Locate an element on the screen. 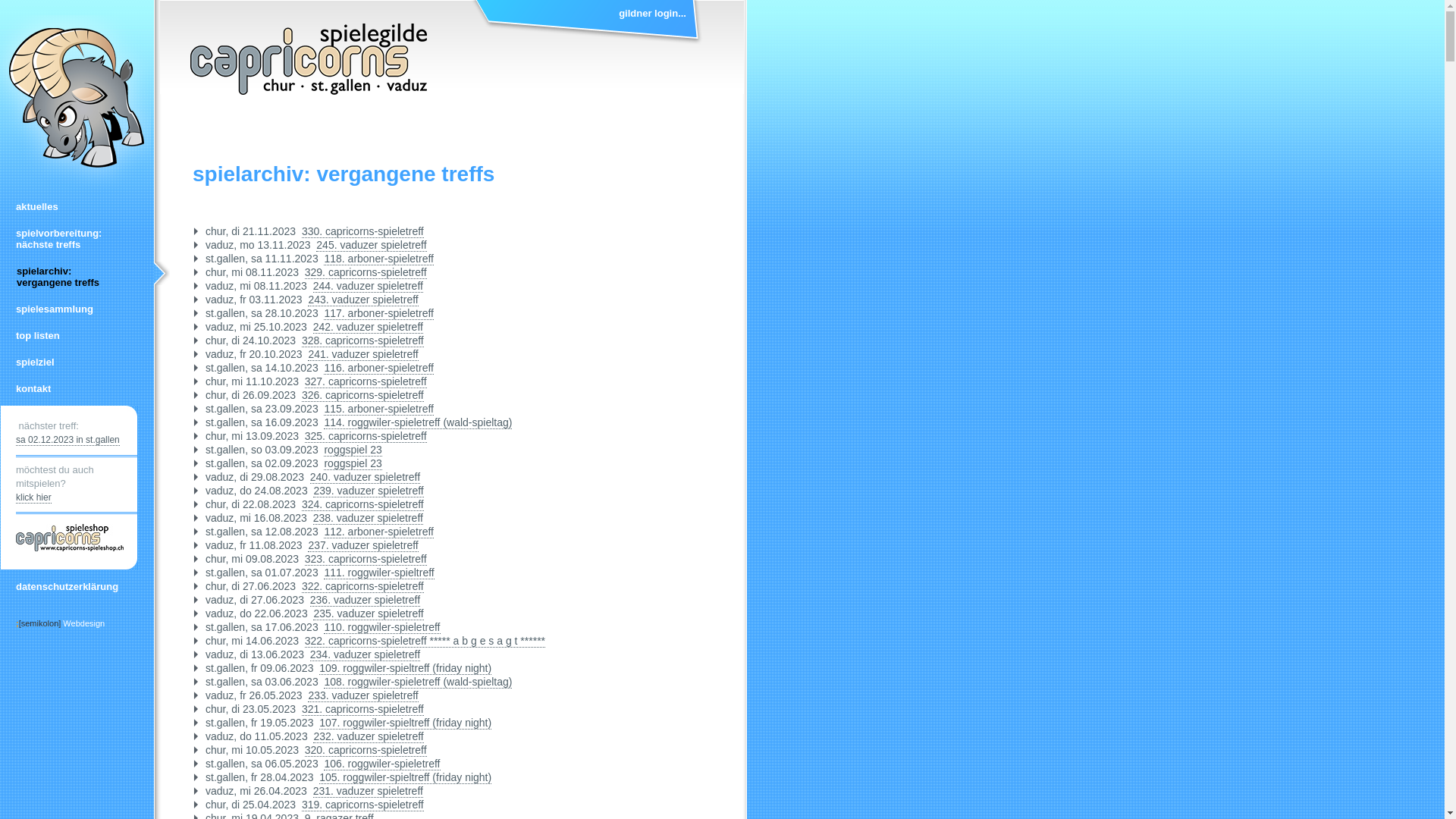 The width and height of the screenshot is (1456, 819). 'klick hier' is located at coordinates (33, 497).